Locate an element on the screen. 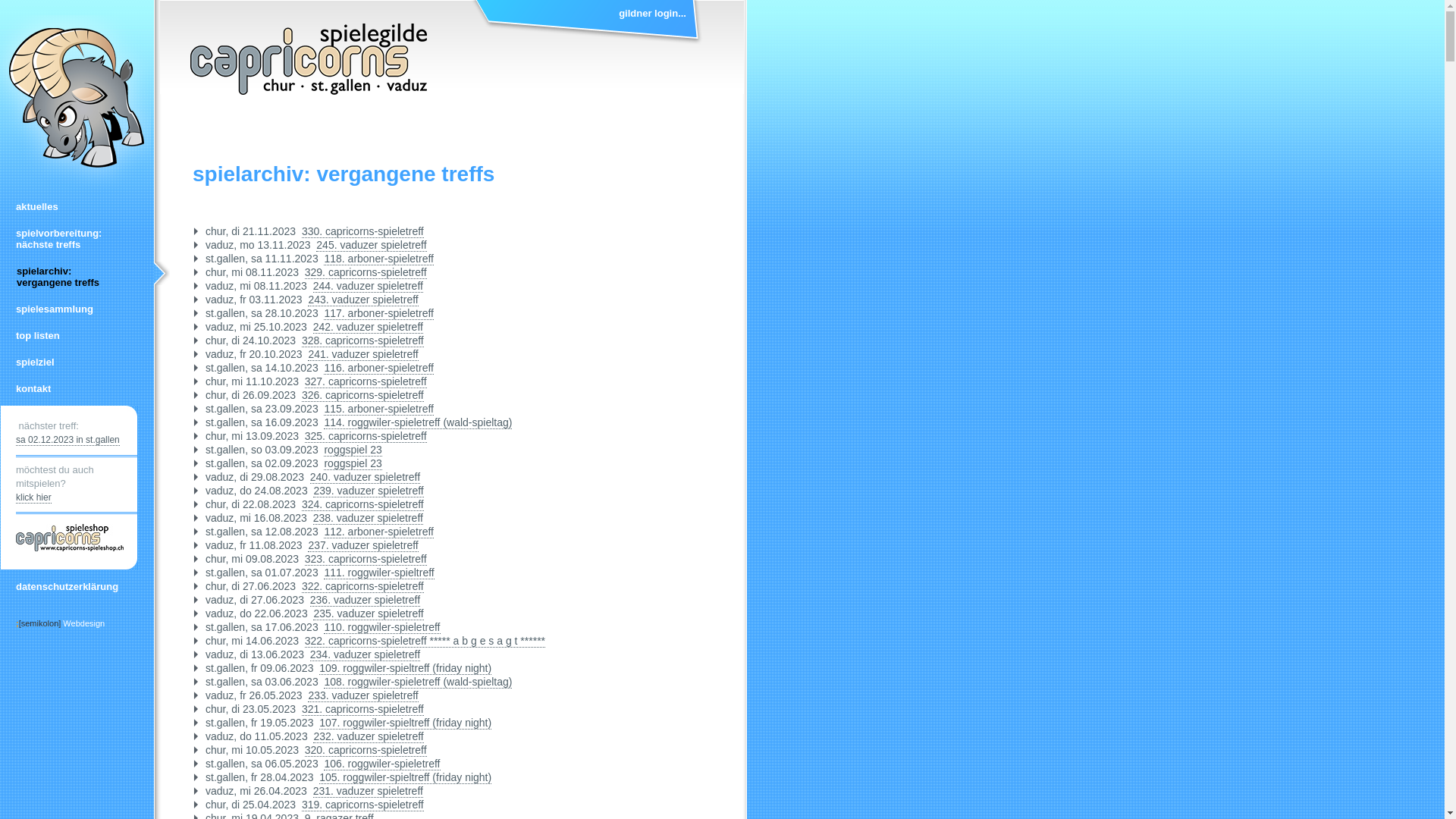 The width and height of the screenshot is (1456, 819). 'klick hier' is located at coordinates (33, 497).